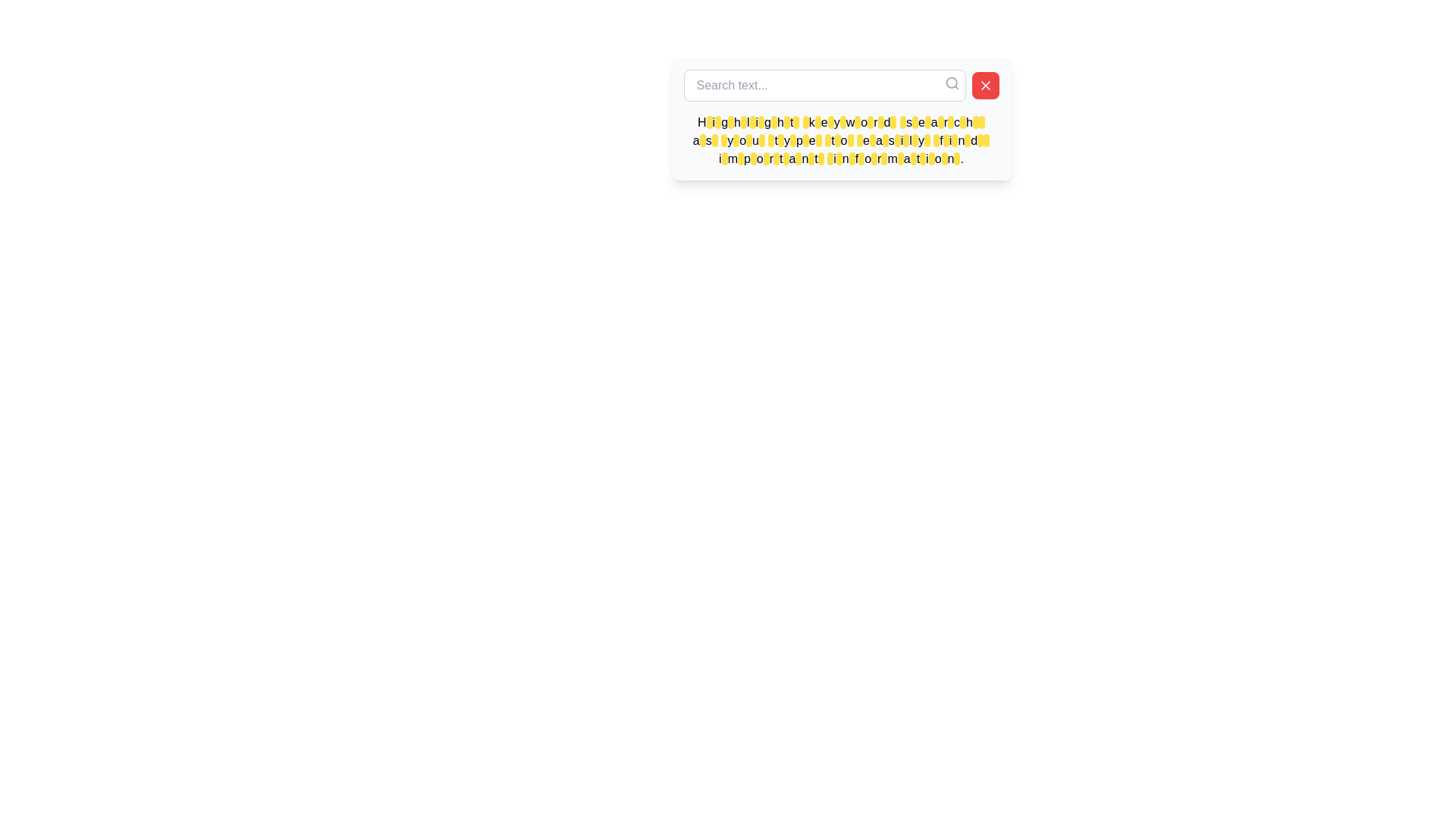  What do you see at coordinates (714, 140) in the screenshot?
I see `the highlighting decorative element that indicates the highlighted section of text adjacent to the phrase 'as you' in the description text` at bounding box center [714, 140].